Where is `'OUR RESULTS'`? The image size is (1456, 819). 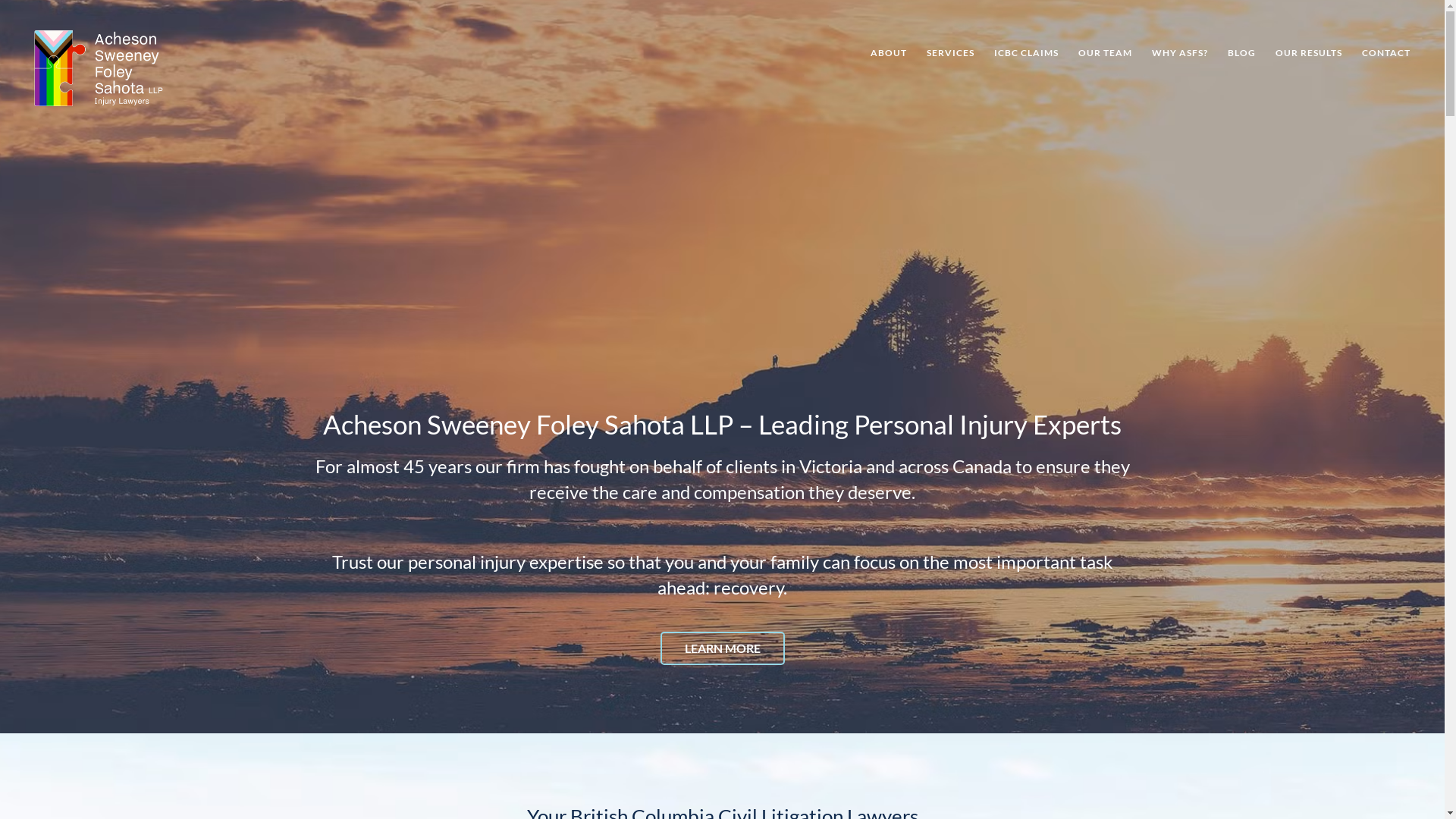
'OUR RESULTS' is located at coordinates (1266, 52).